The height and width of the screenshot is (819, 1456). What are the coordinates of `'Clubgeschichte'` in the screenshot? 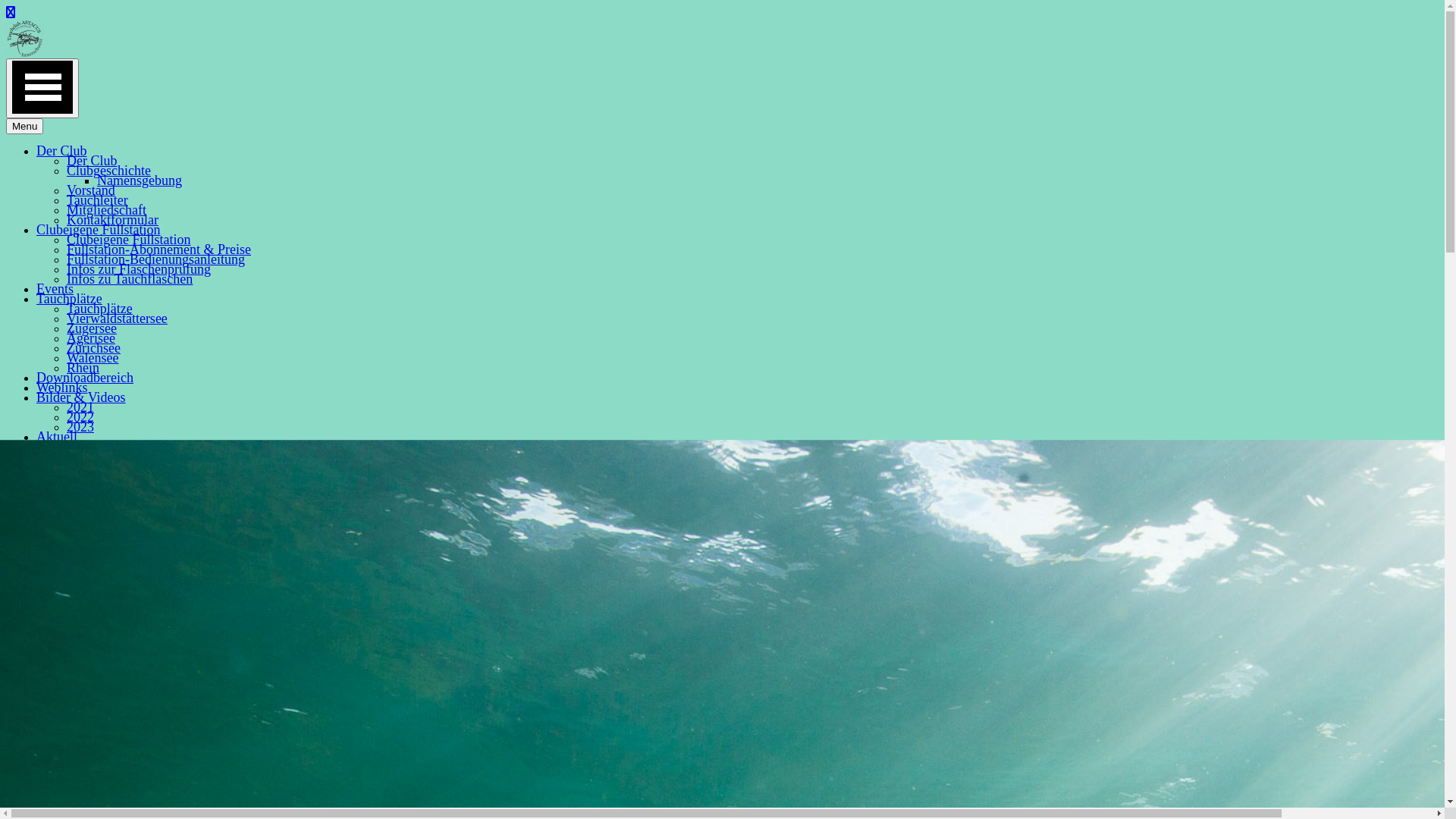 It's located at (108, 170).